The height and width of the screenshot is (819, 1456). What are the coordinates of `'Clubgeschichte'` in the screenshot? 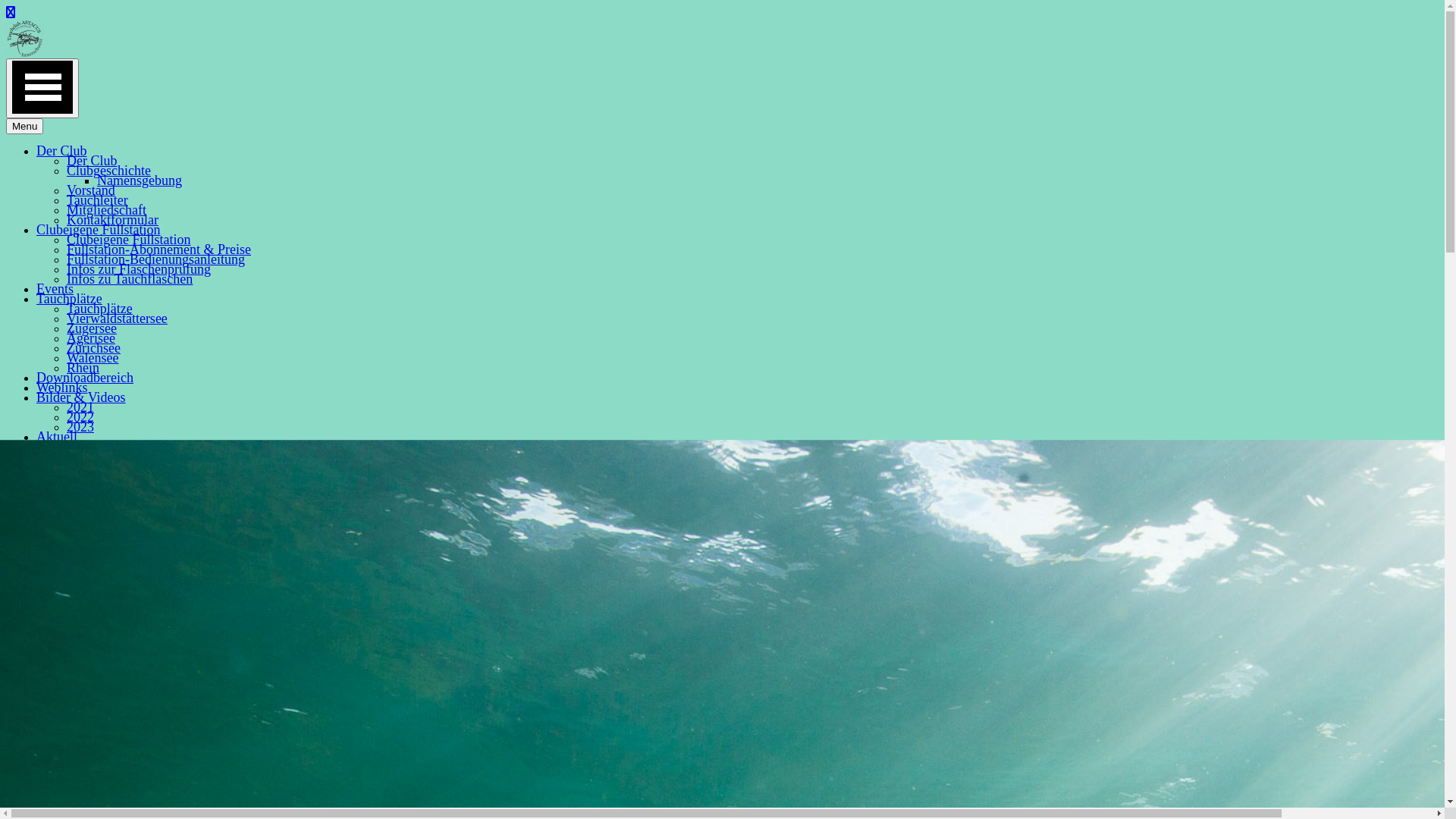 It's located at (108, 170).